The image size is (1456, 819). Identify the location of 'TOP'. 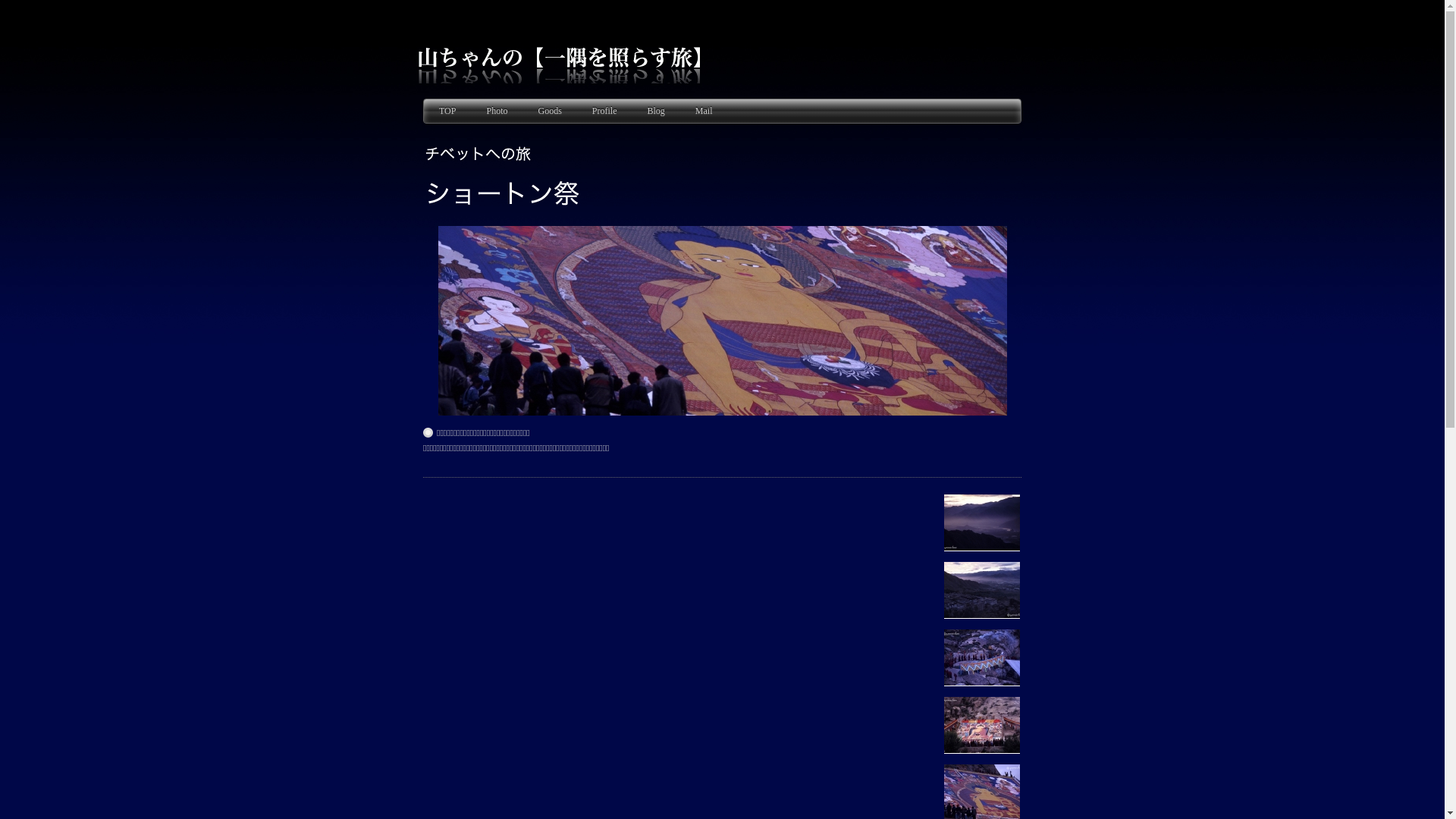
(447, 110).